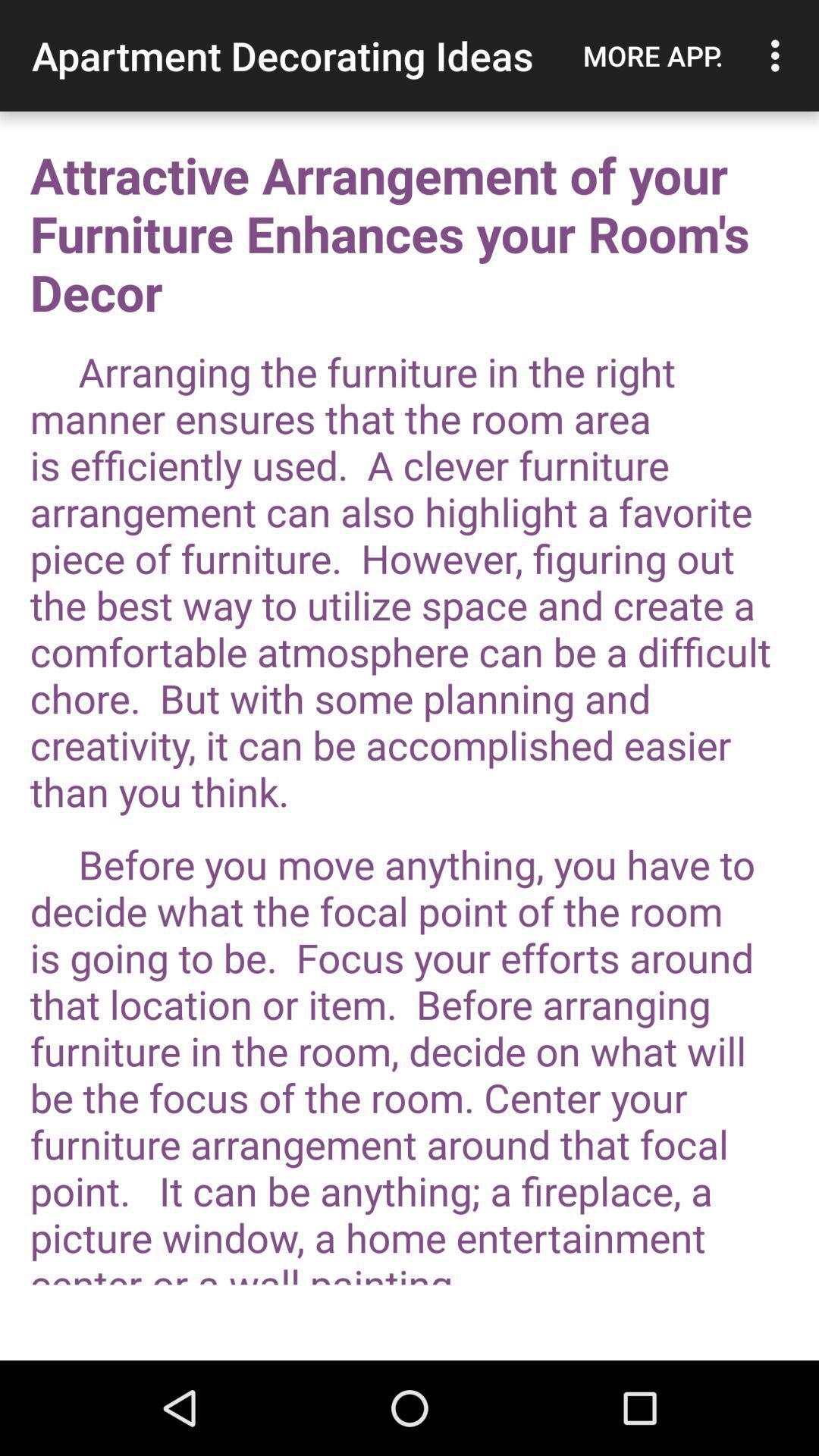  Describe the element at coordinates (779, 55) in the screenshot. I see `the icon to the right of more app.` at that location.